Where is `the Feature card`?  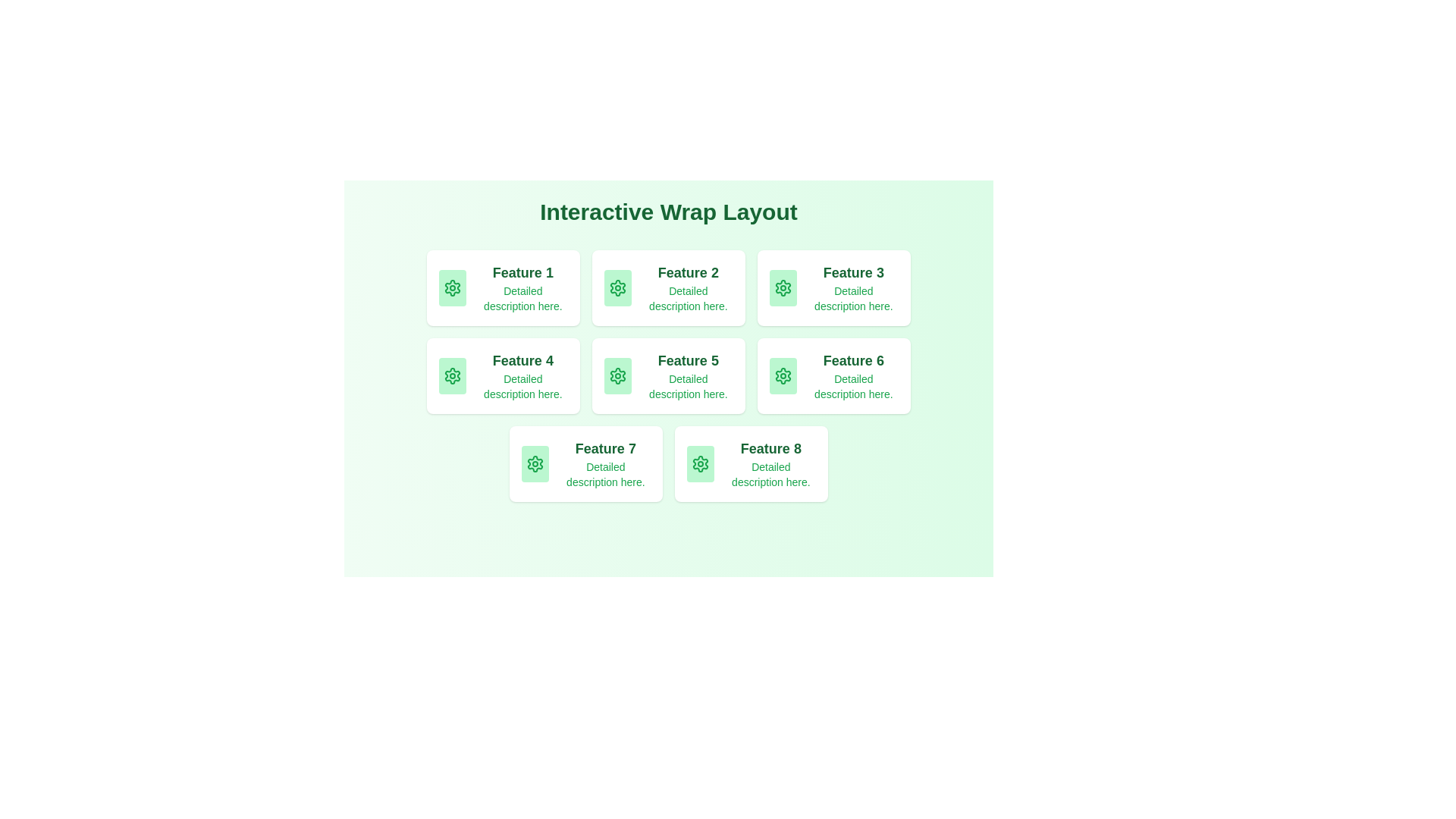 the Feature card is located at coordinates (833, 288).